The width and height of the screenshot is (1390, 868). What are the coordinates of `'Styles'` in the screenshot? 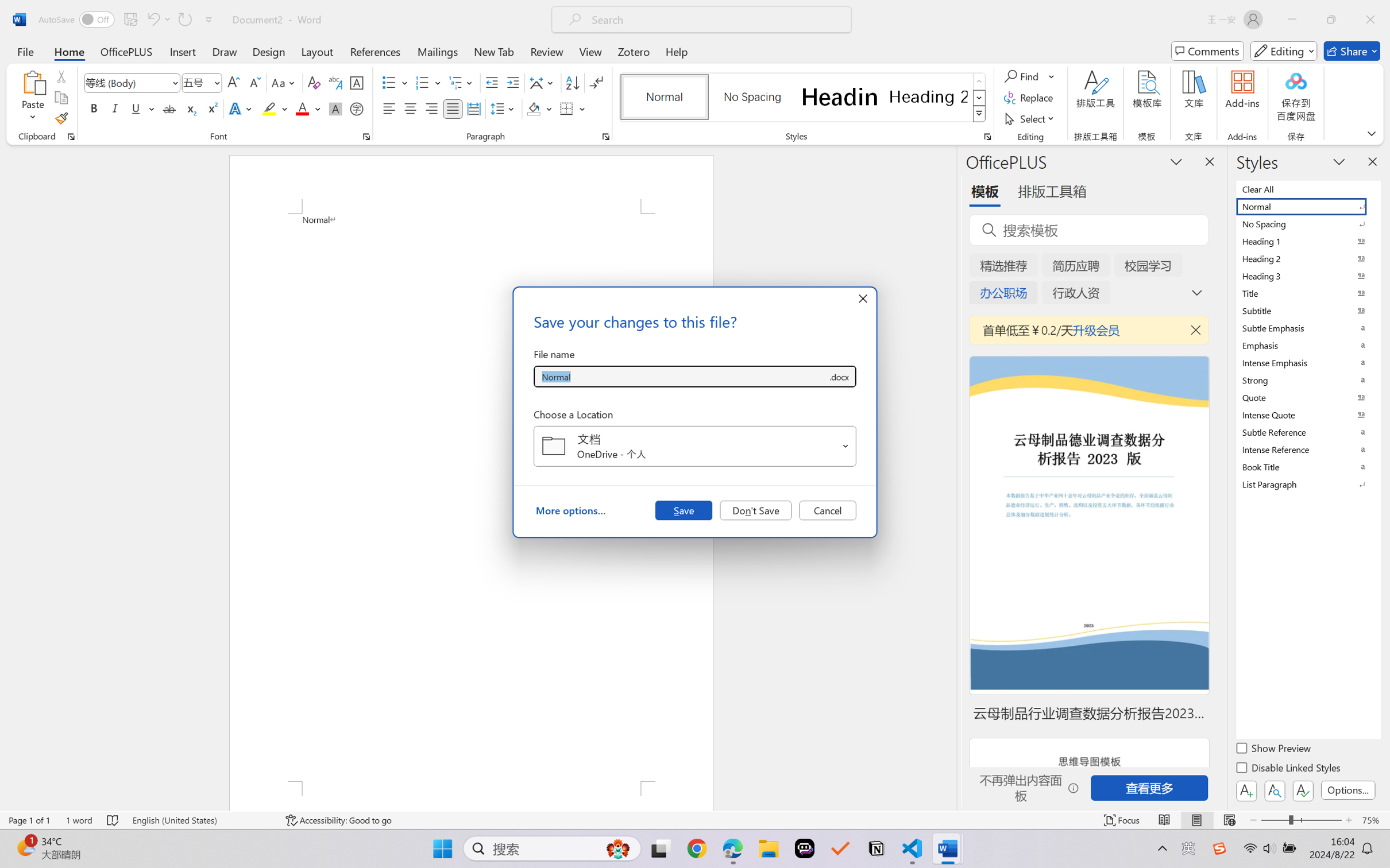 It's located at (978, 114).